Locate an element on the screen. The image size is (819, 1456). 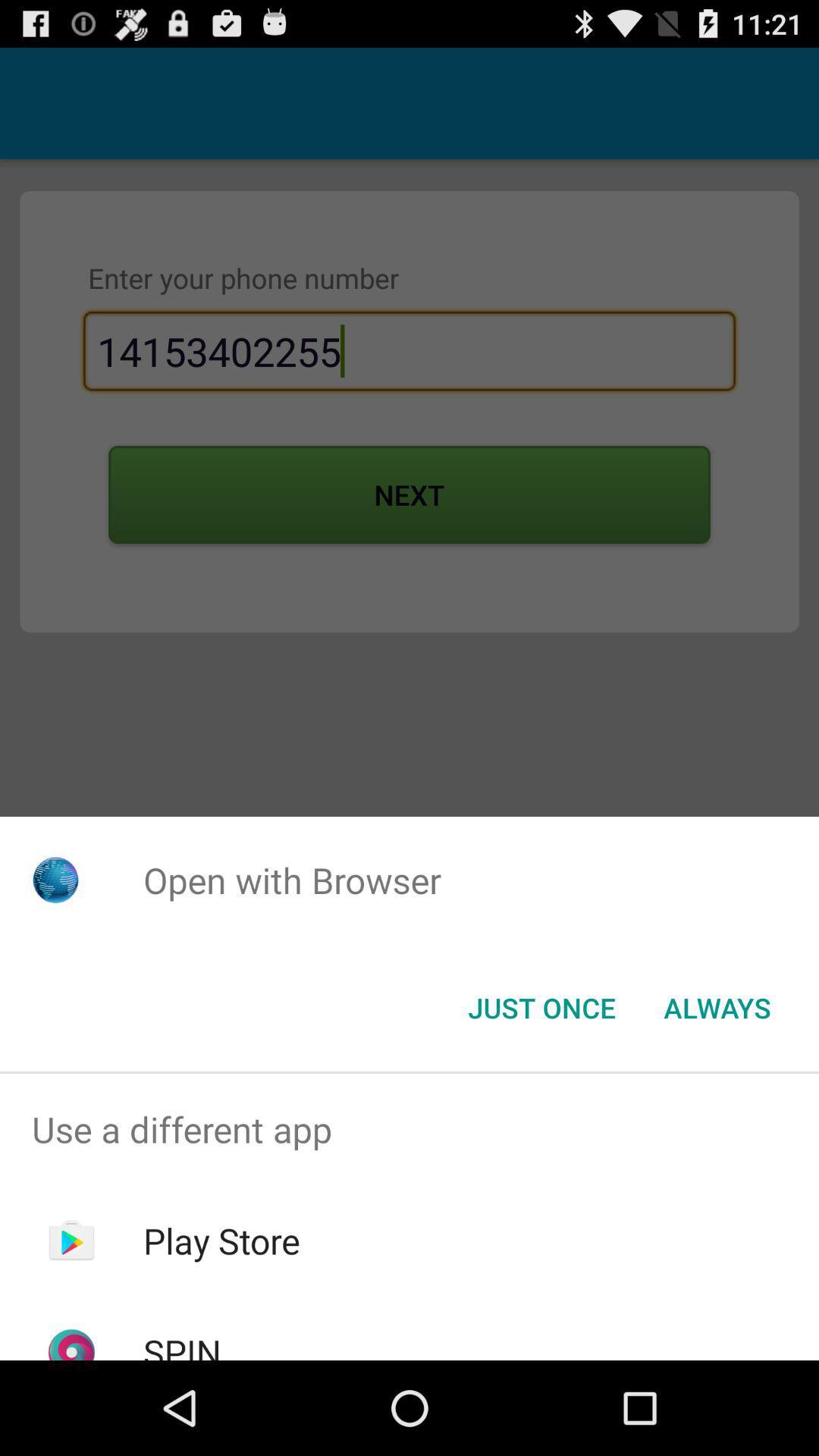
just once item is located at coordinates (541, 1008).